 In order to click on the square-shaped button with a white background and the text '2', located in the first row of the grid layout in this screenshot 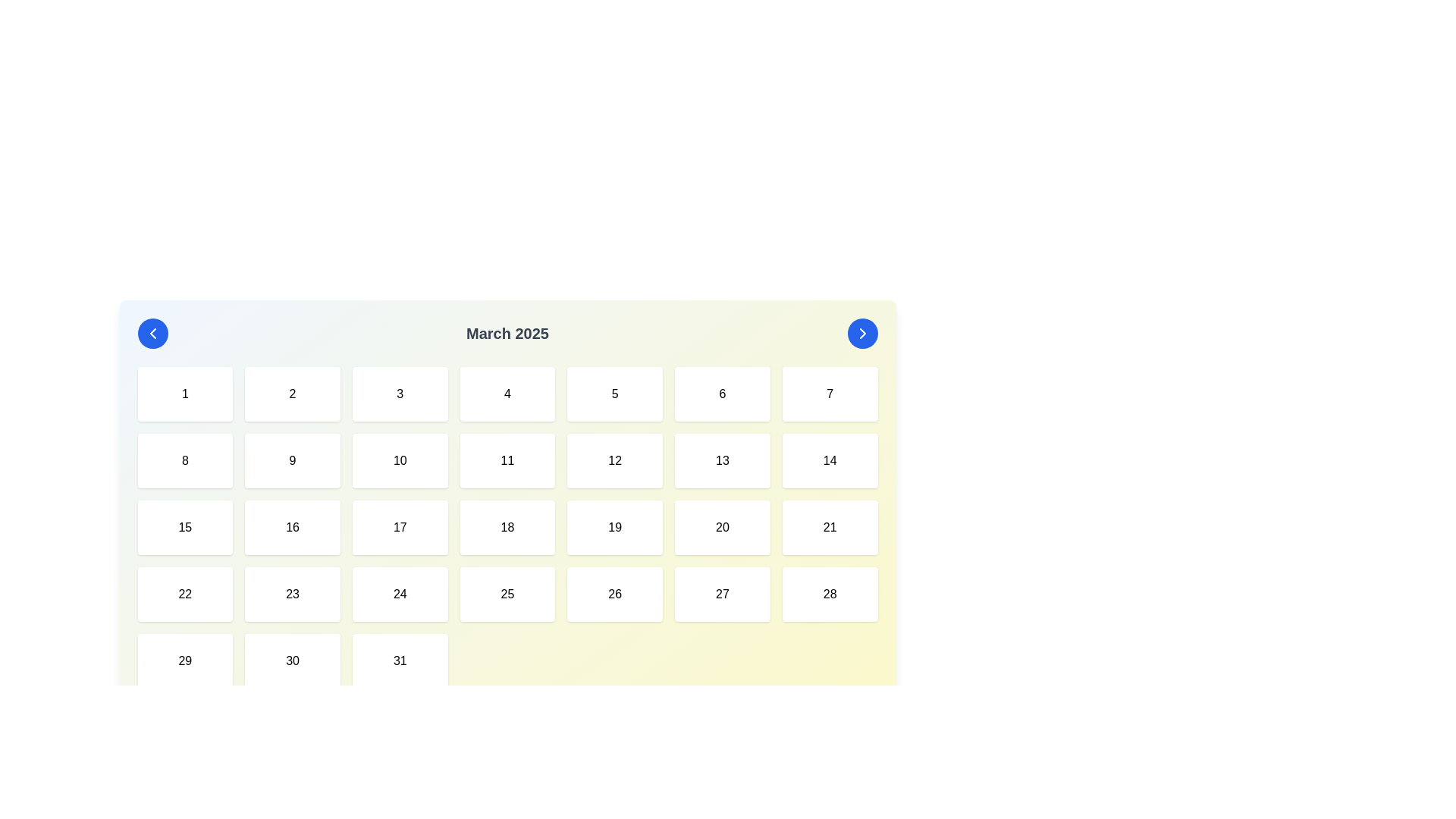, I will do `click(293, 394)`.